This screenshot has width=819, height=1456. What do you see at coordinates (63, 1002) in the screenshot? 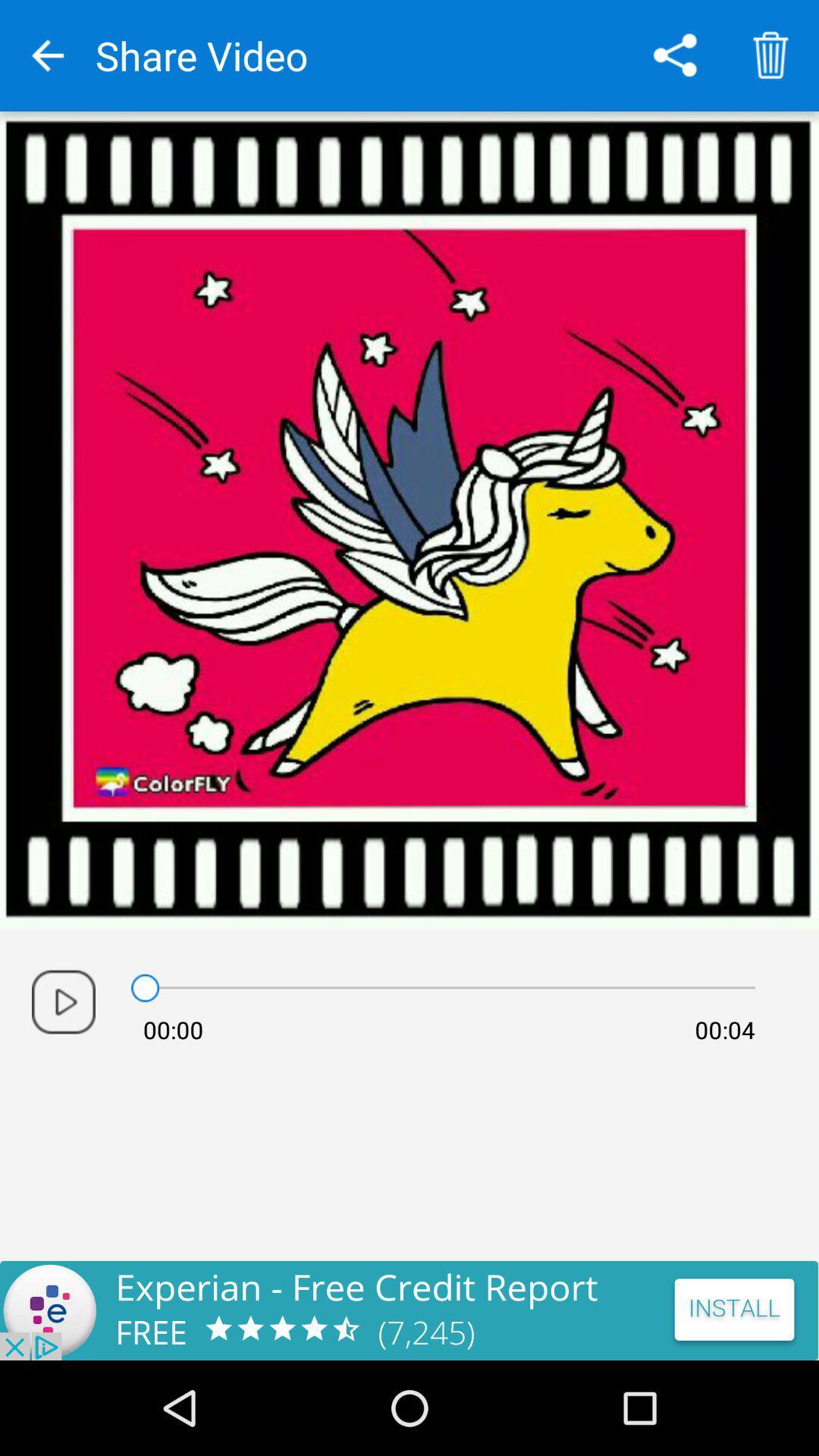
I see `video` at bounding box center [63, 1002].